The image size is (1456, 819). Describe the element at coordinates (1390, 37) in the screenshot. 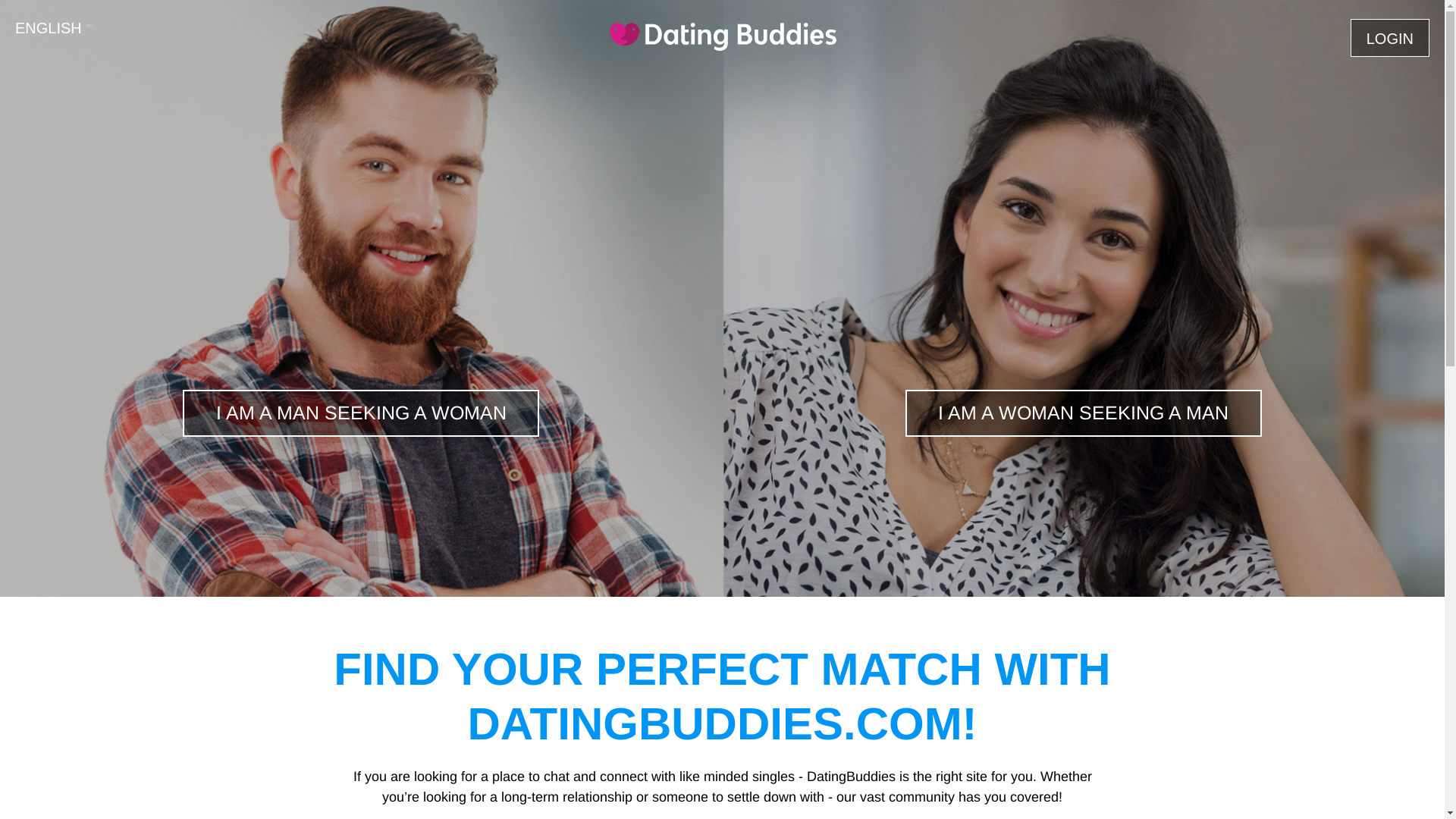

I see `'LOGIN'` at that location.